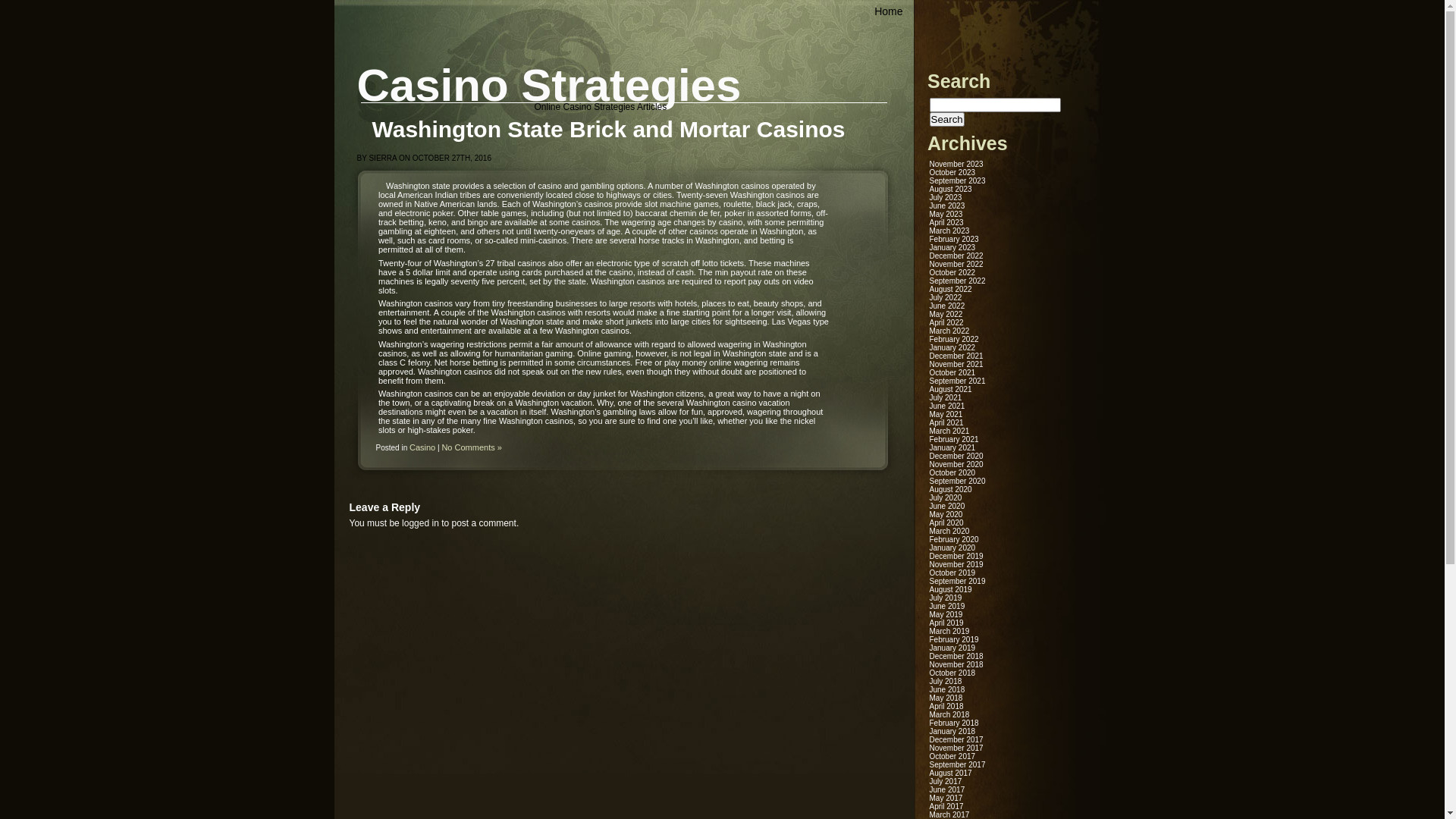  I want to click on 'November 2022', so click(928, 263).